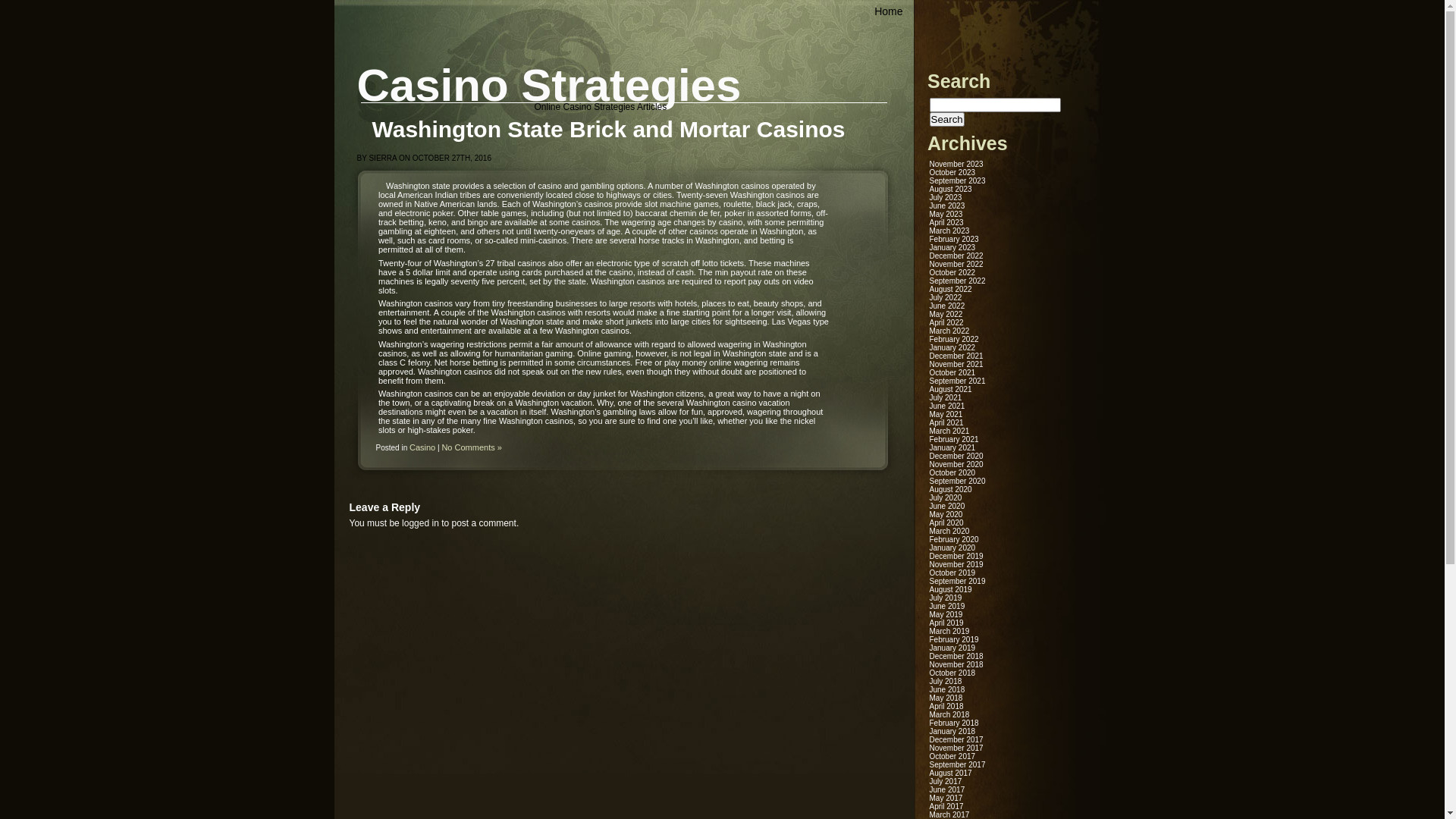  I want to click on 'November 2022', so click(928, 263).